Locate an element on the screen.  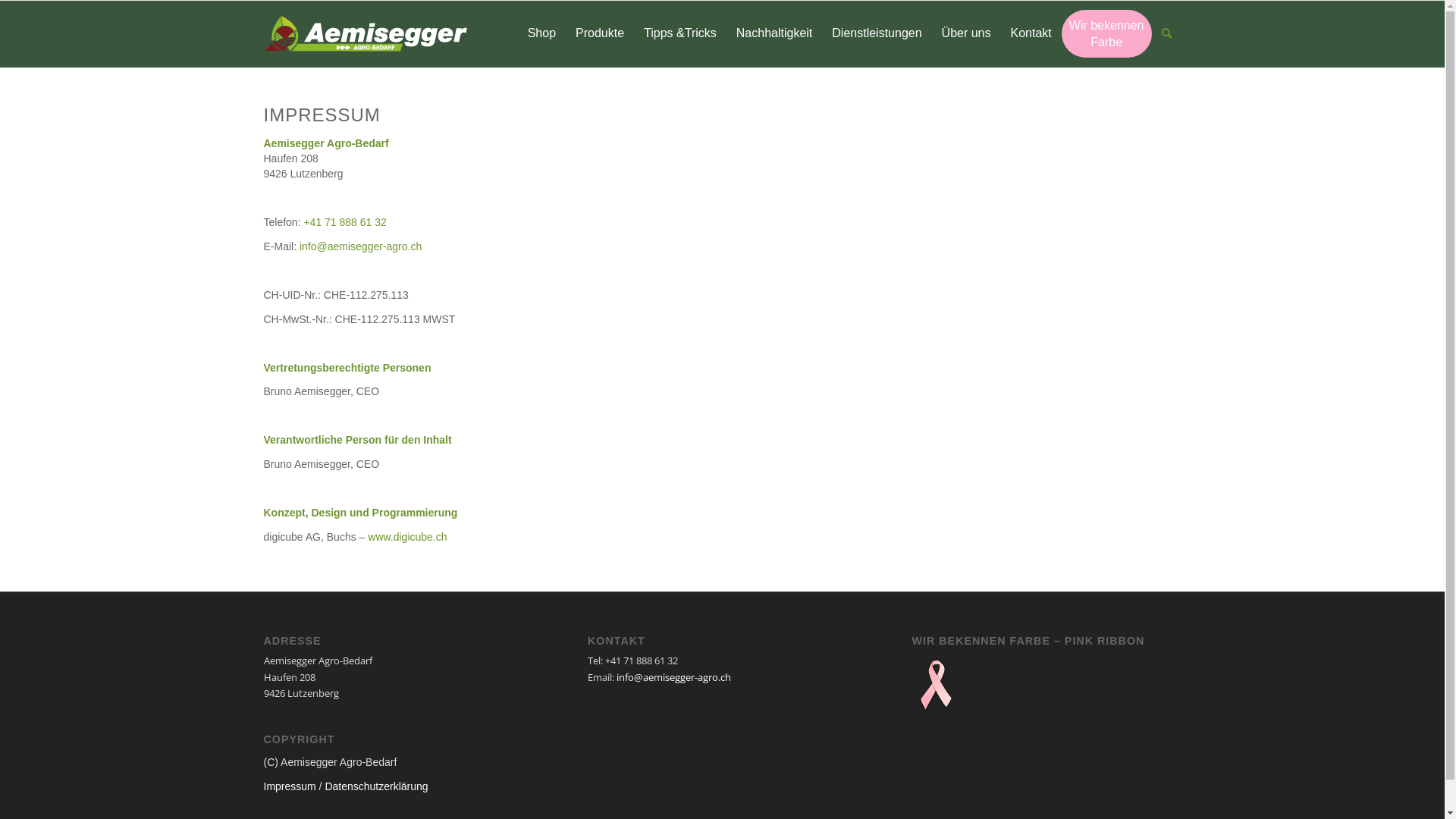
'Wir bekennen is located at coordinates (1106, 33).